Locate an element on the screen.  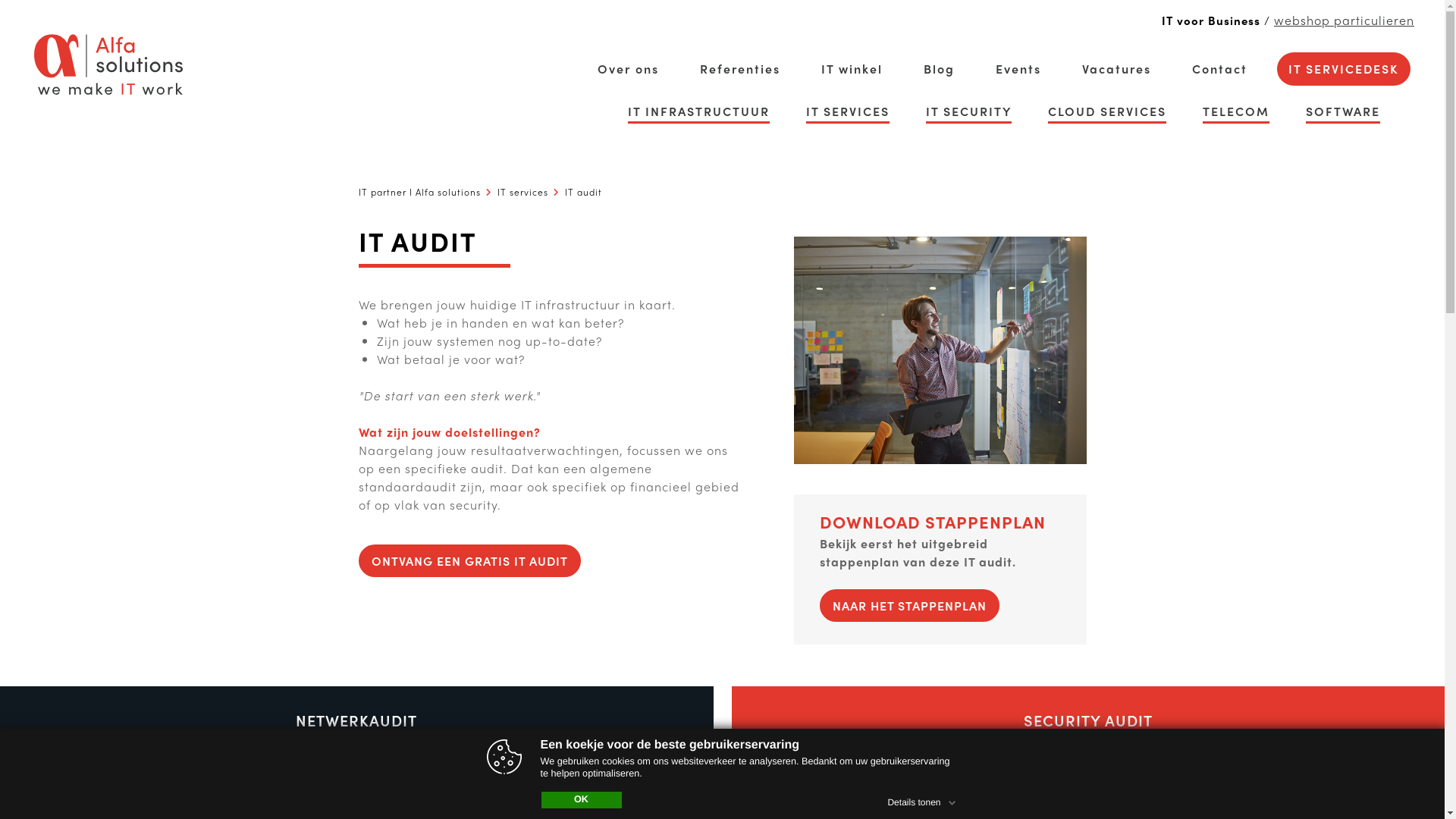
'IT partner I Alfa solutions' is located at coordinates (356, 191).